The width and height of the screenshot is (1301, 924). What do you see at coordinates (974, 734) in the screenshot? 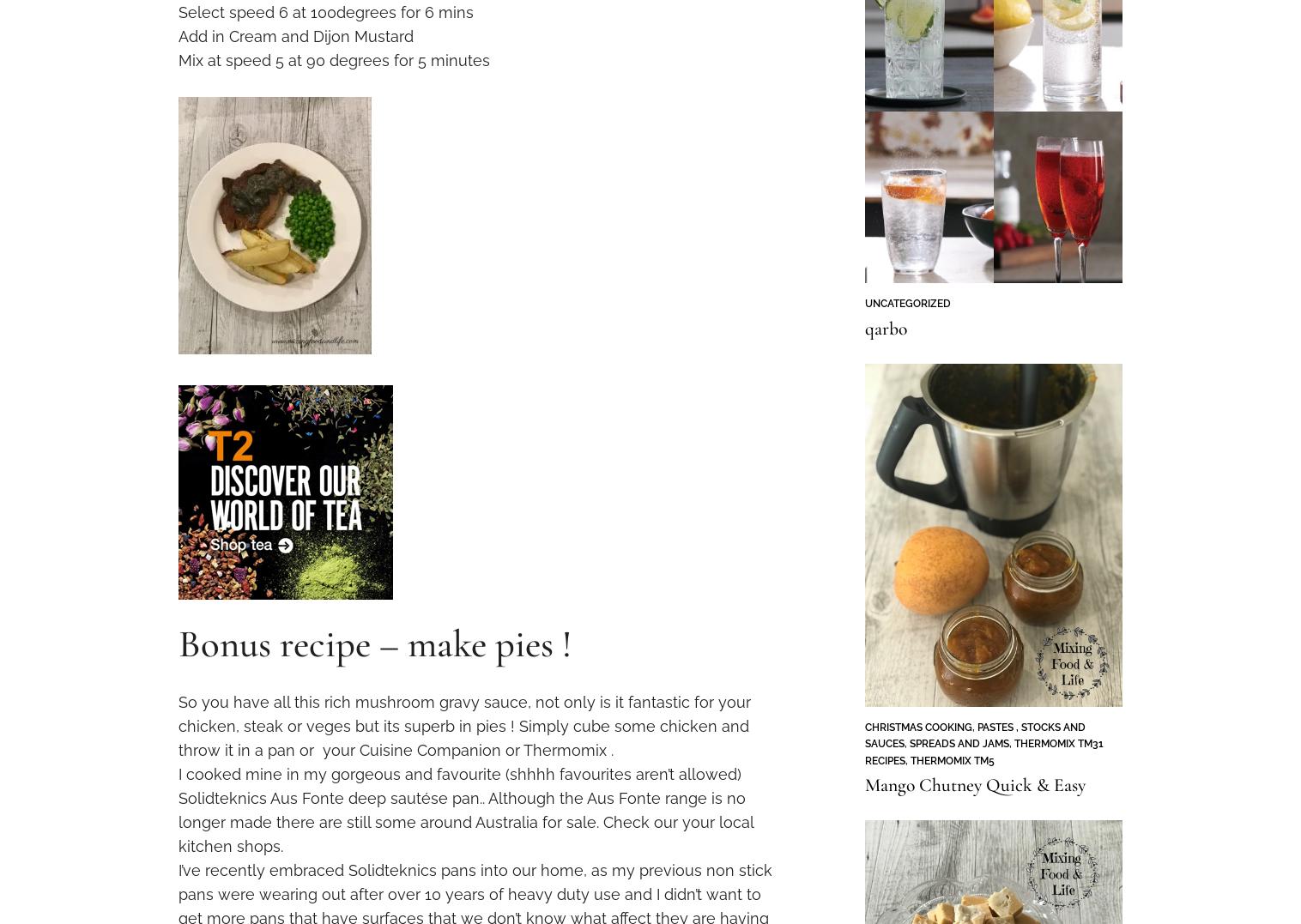
I see `'Pastes , Stocks and Sauces'` at bounding box center [974, 734].